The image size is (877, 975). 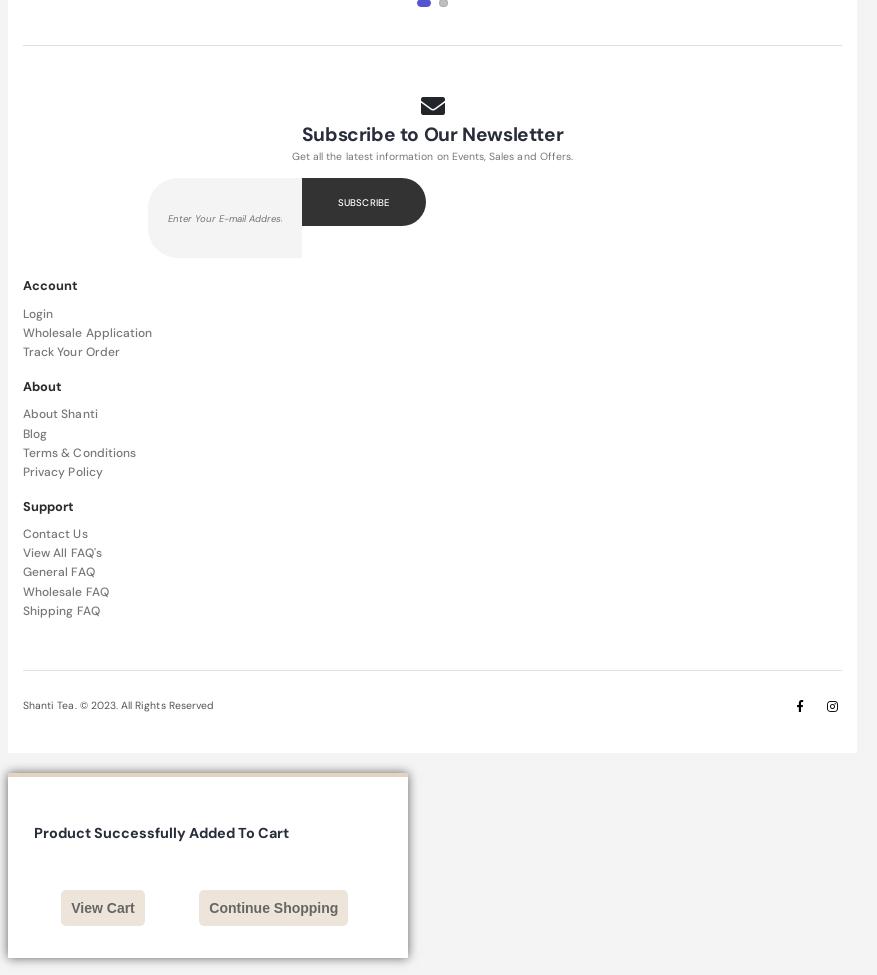 I want to click on 'About', so click(x=41, y=384).